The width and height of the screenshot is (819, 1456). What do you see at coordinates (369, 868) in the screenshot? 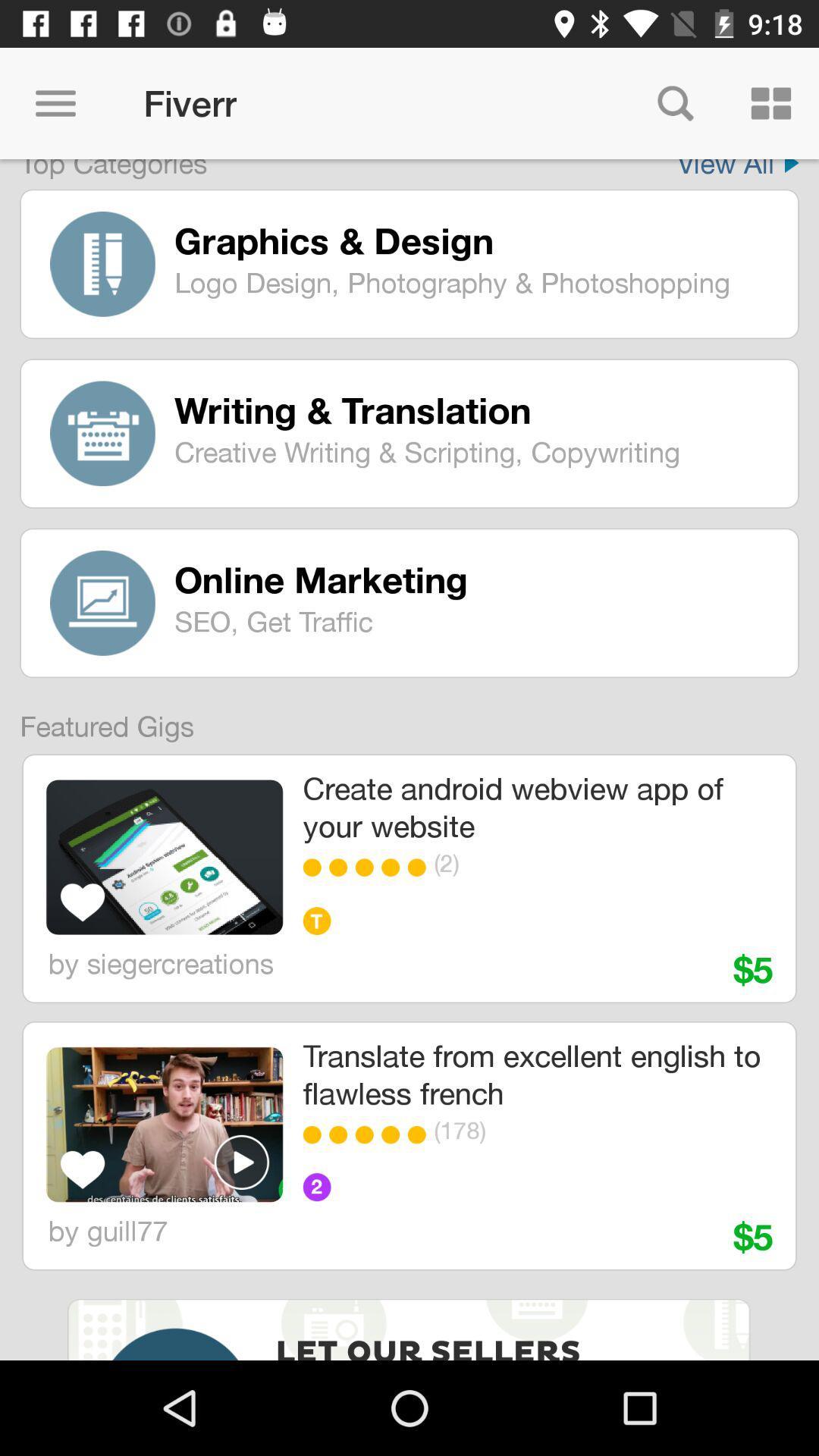
I see `the icon above the translate from excellent` at bounding box center [369, 868].